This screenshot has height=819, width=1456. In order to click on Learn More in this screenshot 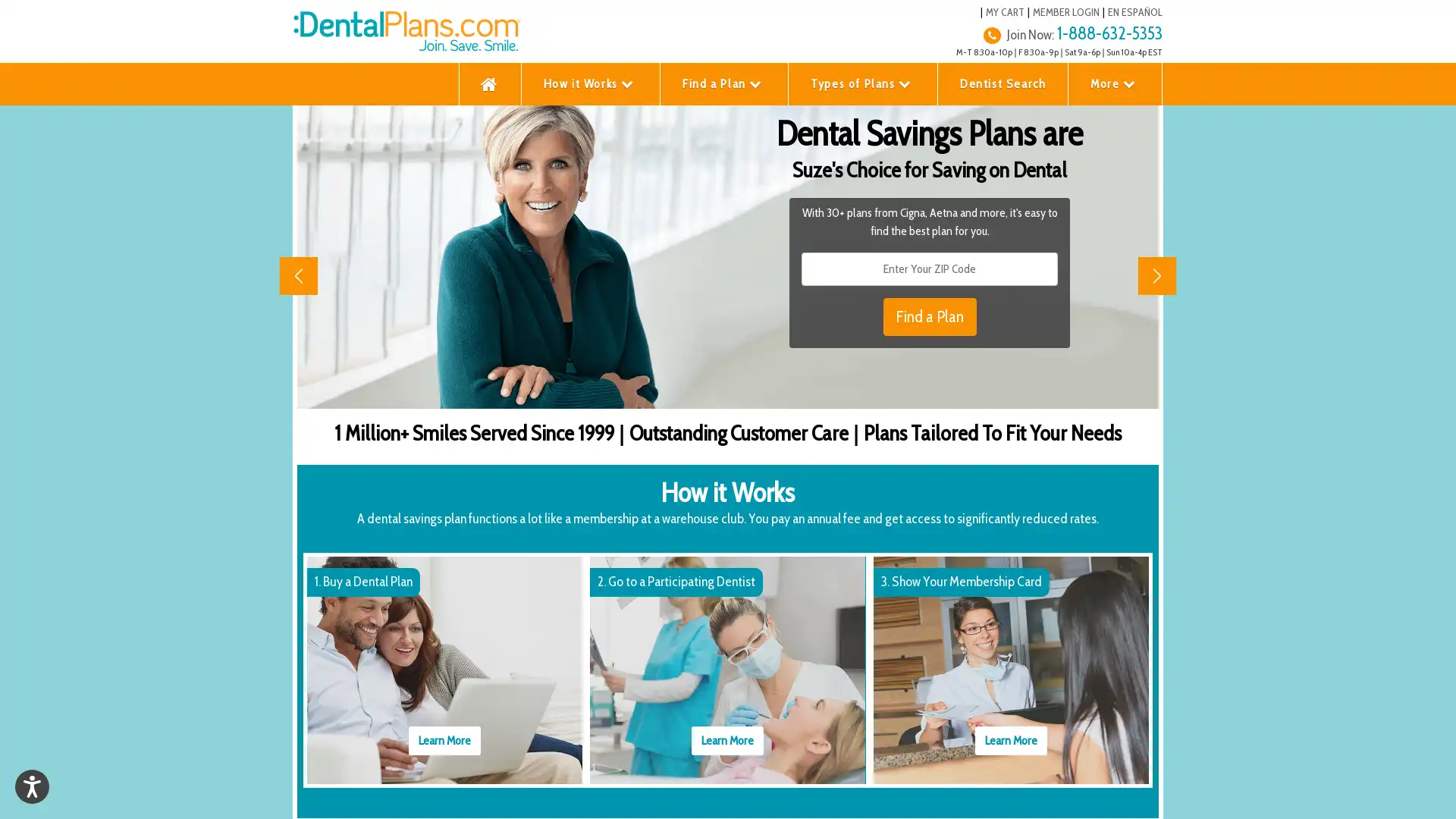, I will do `click(444, 739)`.